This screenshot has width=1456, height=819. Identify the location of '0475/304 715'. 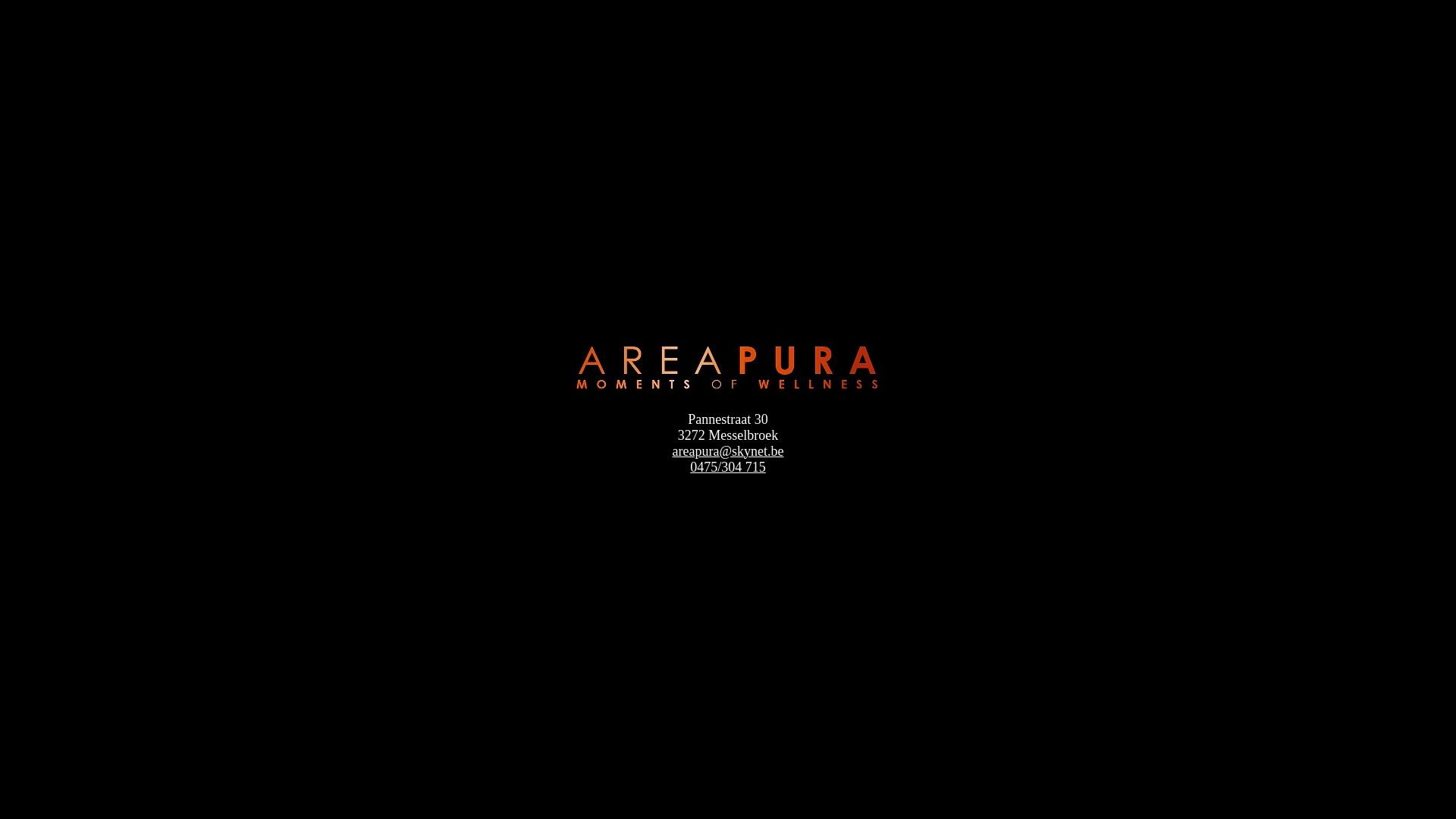
(728, 466).